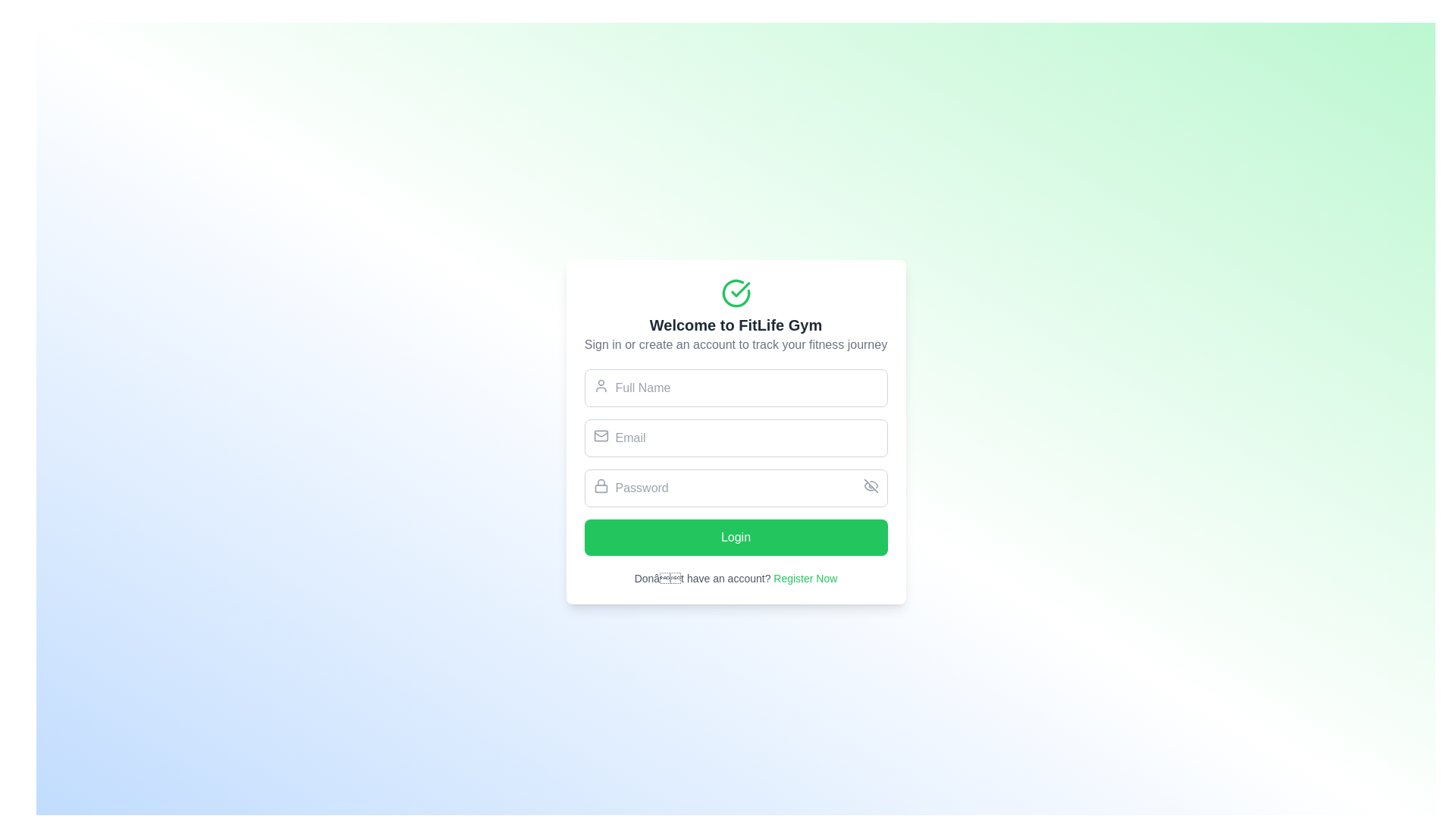 The height and width of the screenshot is (819, 1456). Describe the element at coordinates (600, 385) in the screenshot. I see `the user silhouette icon located on the left side of the 'Full Name' input field, which features a rounded head and shoulders in gray color` at that location.